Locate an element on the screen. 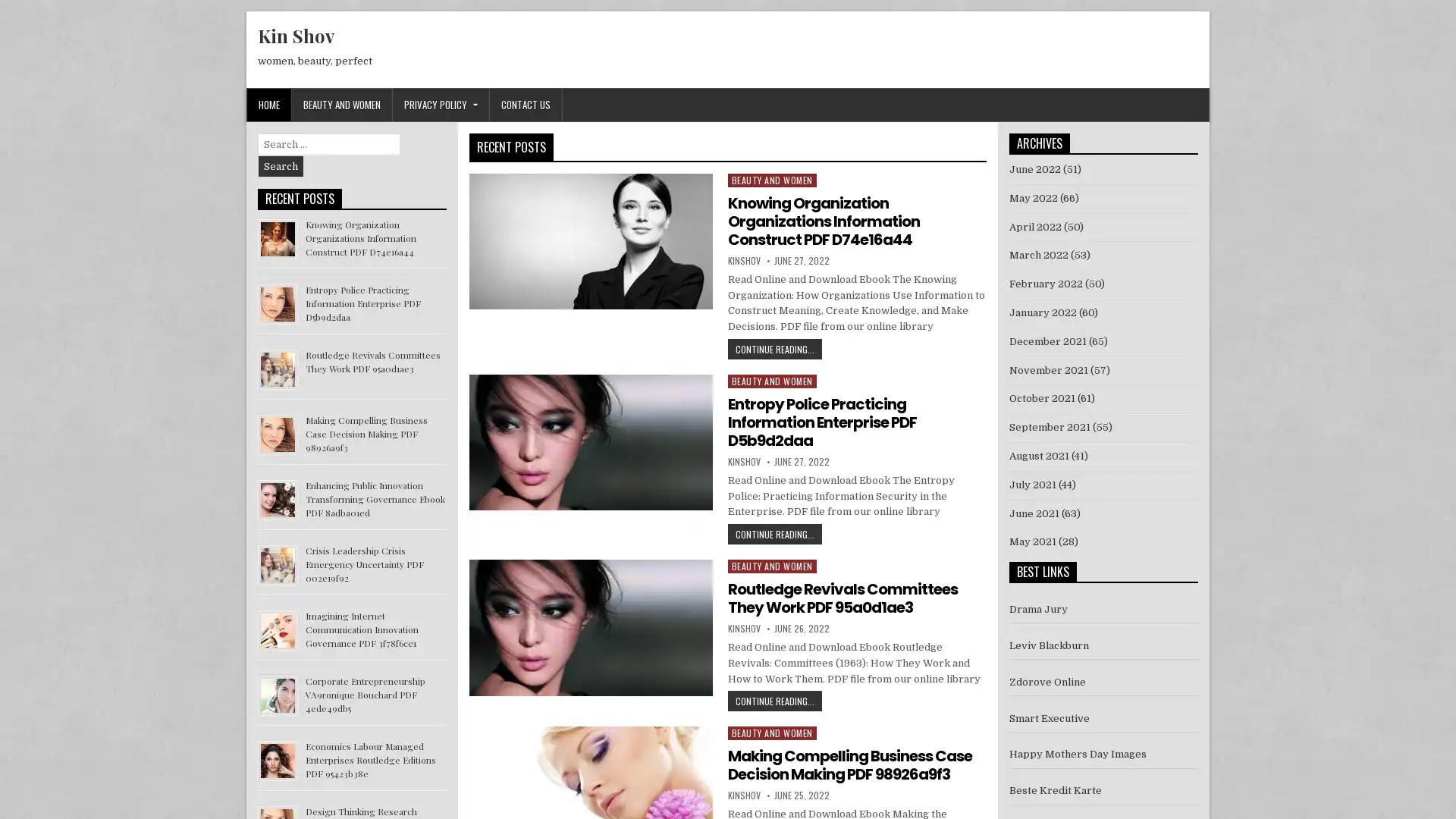 The image size is (1456, 819). Search is located at coordinates (281, 166).